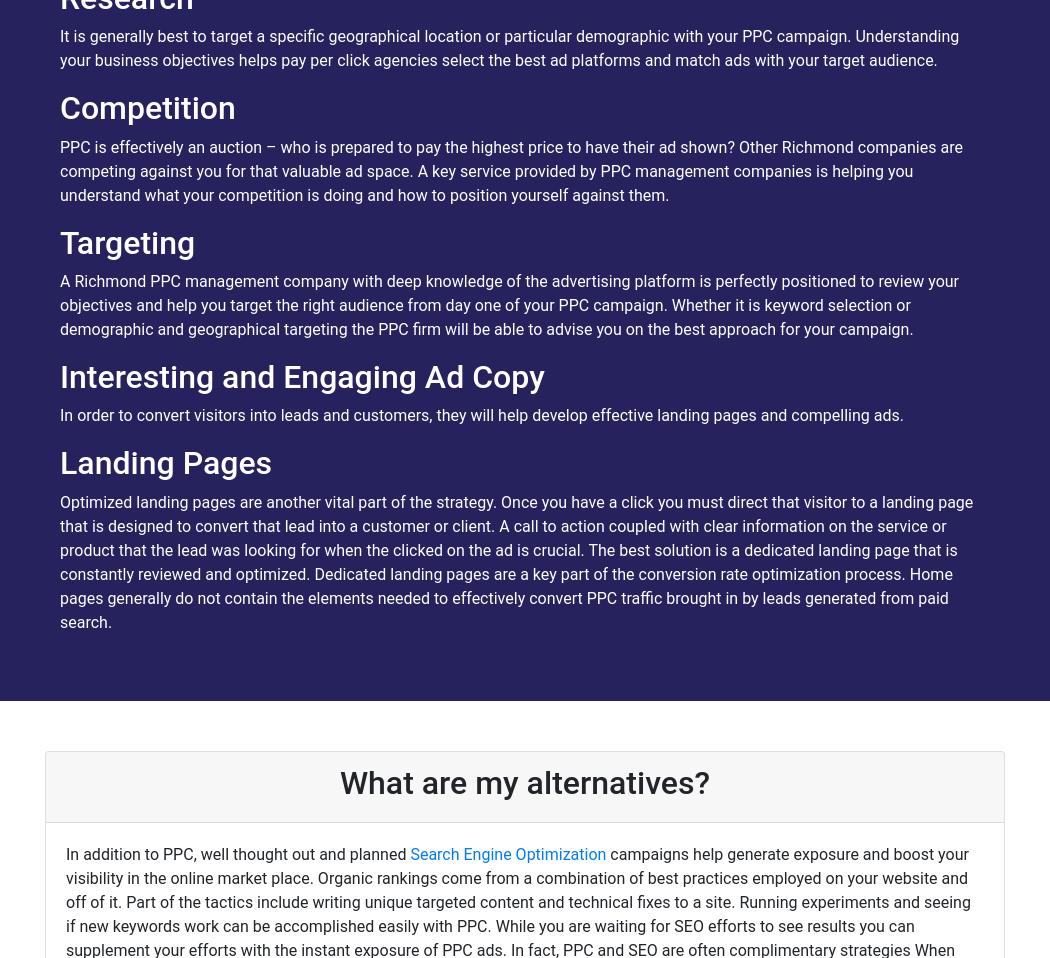 The image size is (1050, 958). Describe the element at coordinates (146, 107) in the screenshot. I see `'Competition'` at that location.